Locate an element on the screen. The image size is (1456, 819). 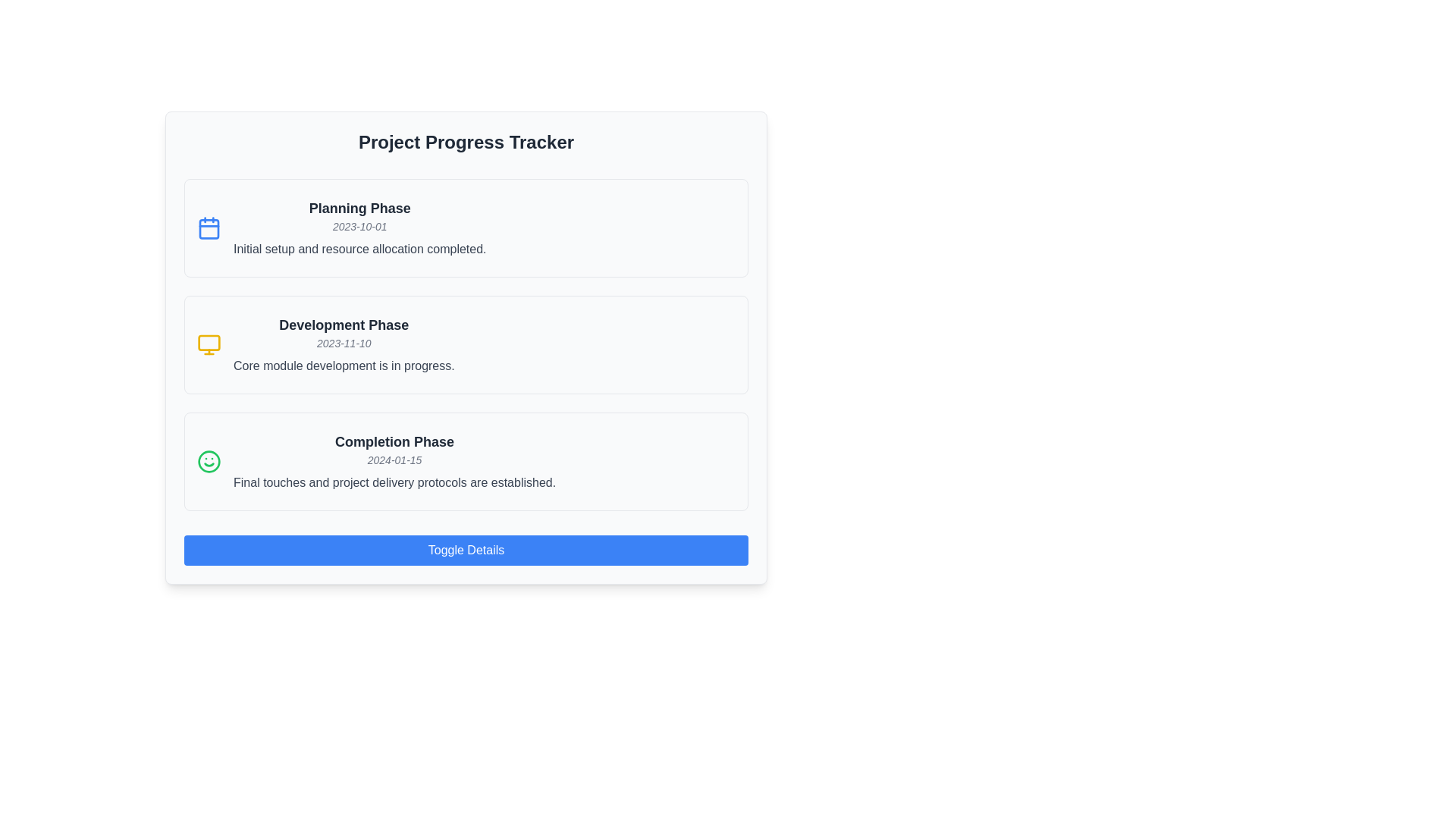
the static text element displaying '2023-10-01', which is styled in a small, gray, italicized font and positioned below the 'Planning Phase' heading is located at coordinates (359, 227).